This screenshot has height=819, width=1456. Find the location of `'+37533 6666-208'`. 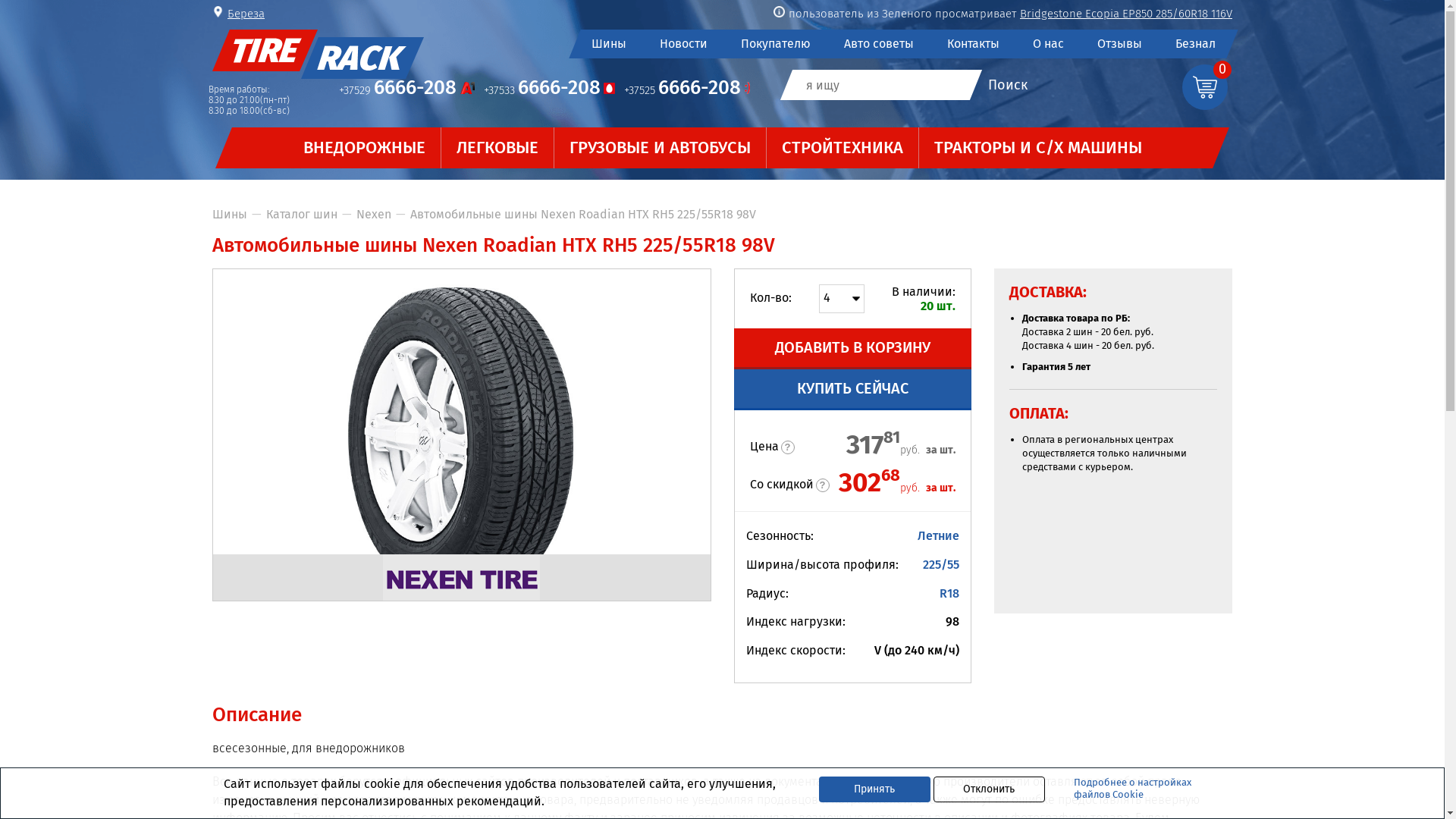

'+37533 6666-208' is located at coordinates (483, 89).